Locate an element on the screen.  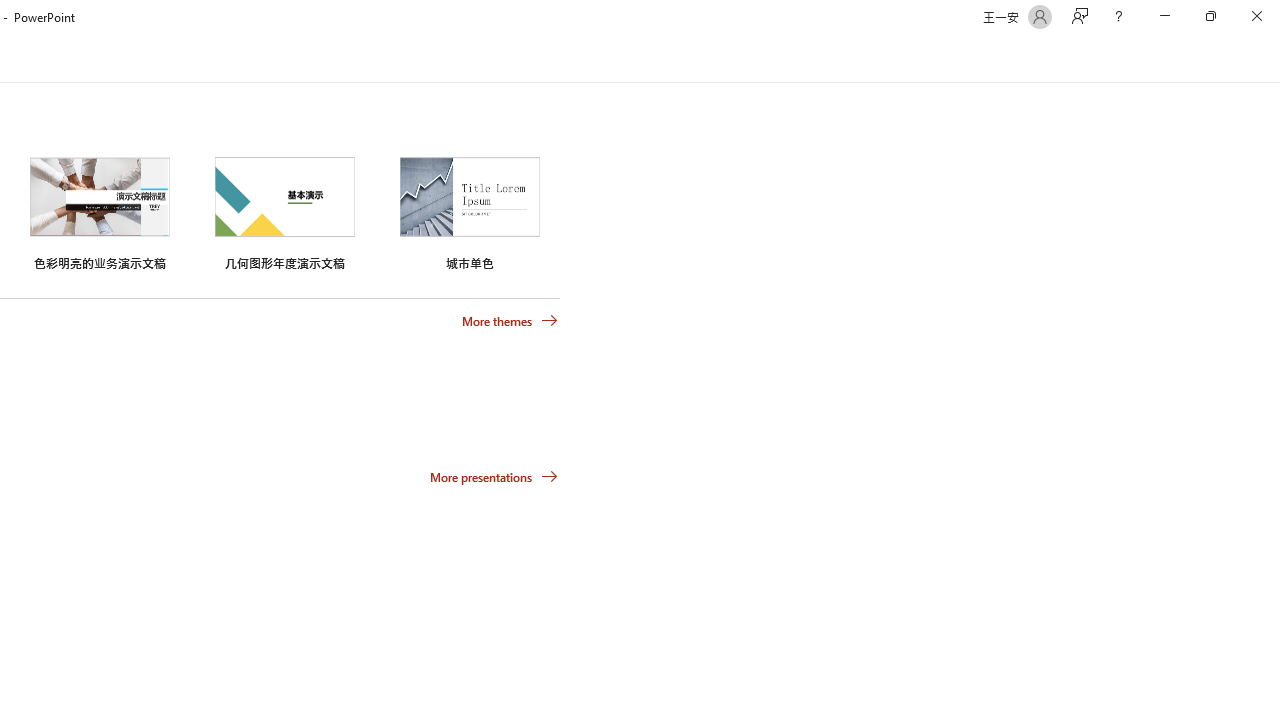
'More themes' is located at coordinates (510, 320).